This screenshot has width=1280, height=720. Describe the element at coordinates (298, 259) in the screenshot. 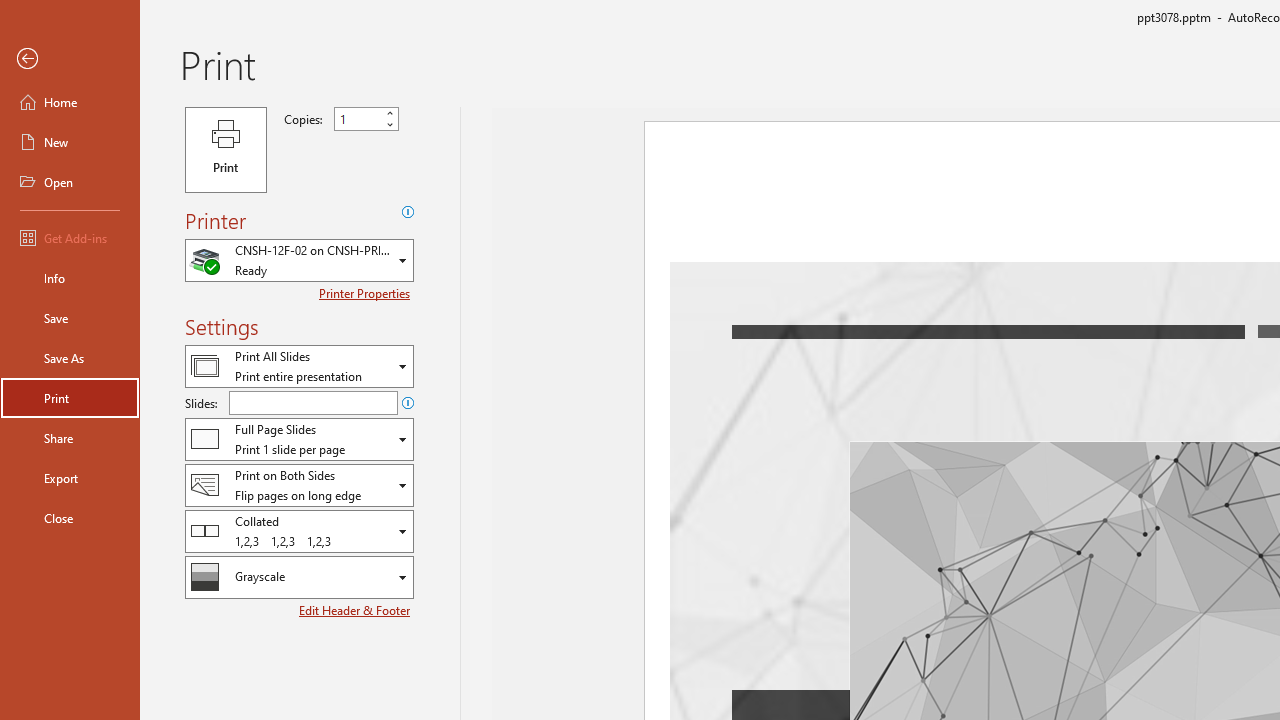

I see `'Which Printer'` at that location.